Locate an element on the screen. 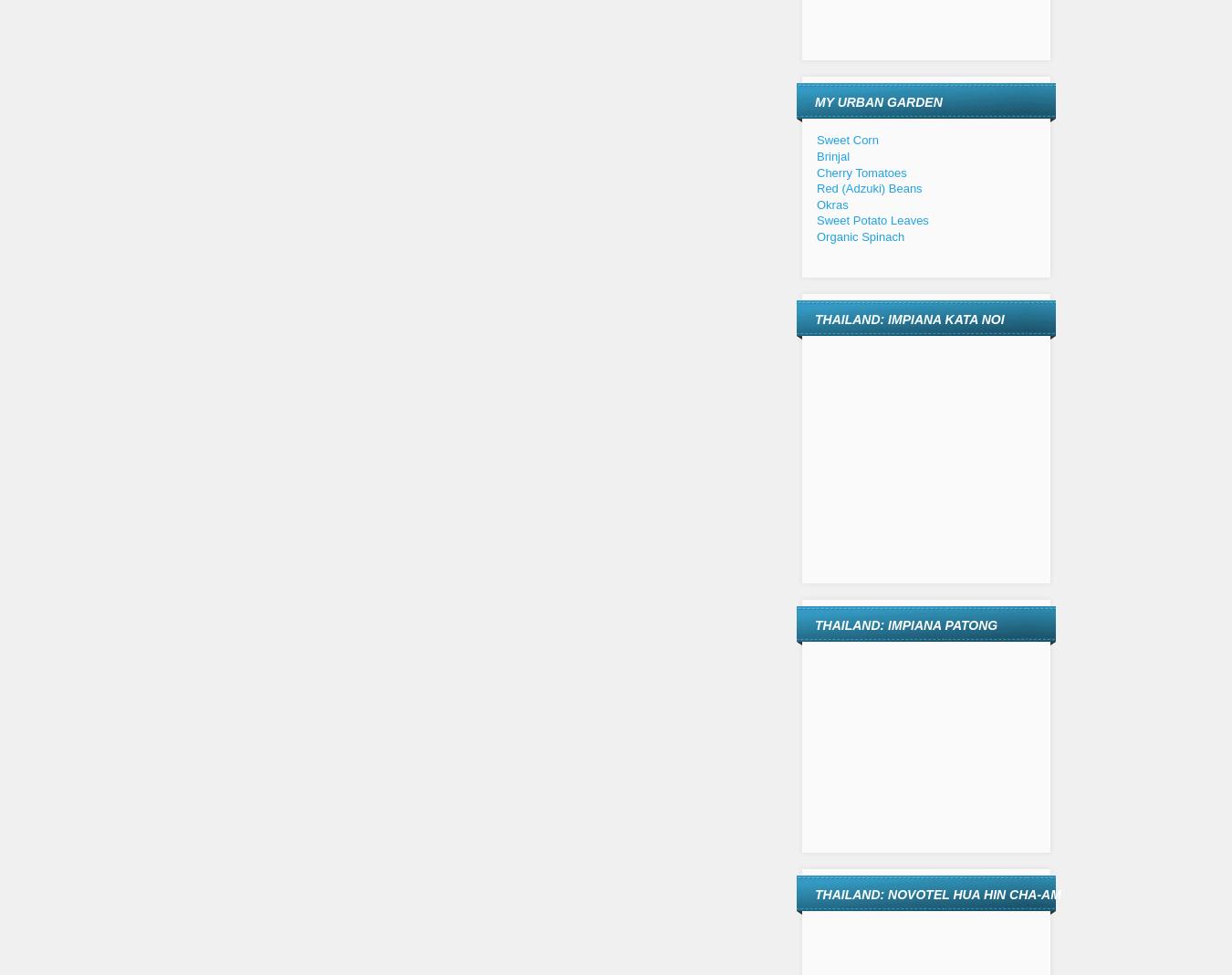 The image size is (1232, 975). 'Sweet Corn' is located at coordinates (817, 140).